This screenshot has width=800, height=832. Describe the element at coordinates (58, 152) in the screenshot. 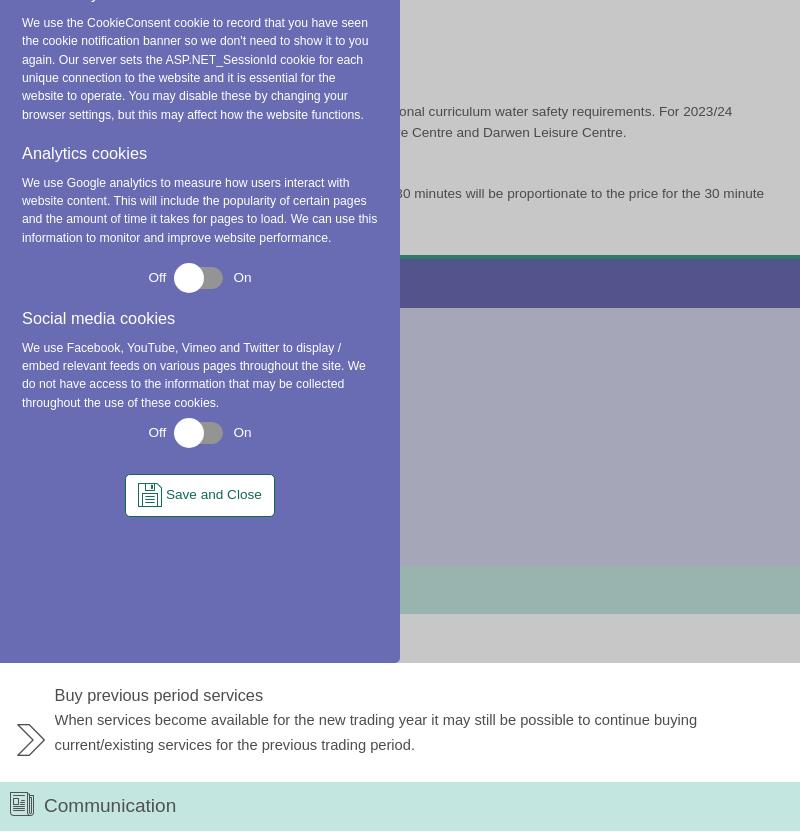

I see `'Publisher'` at that location.